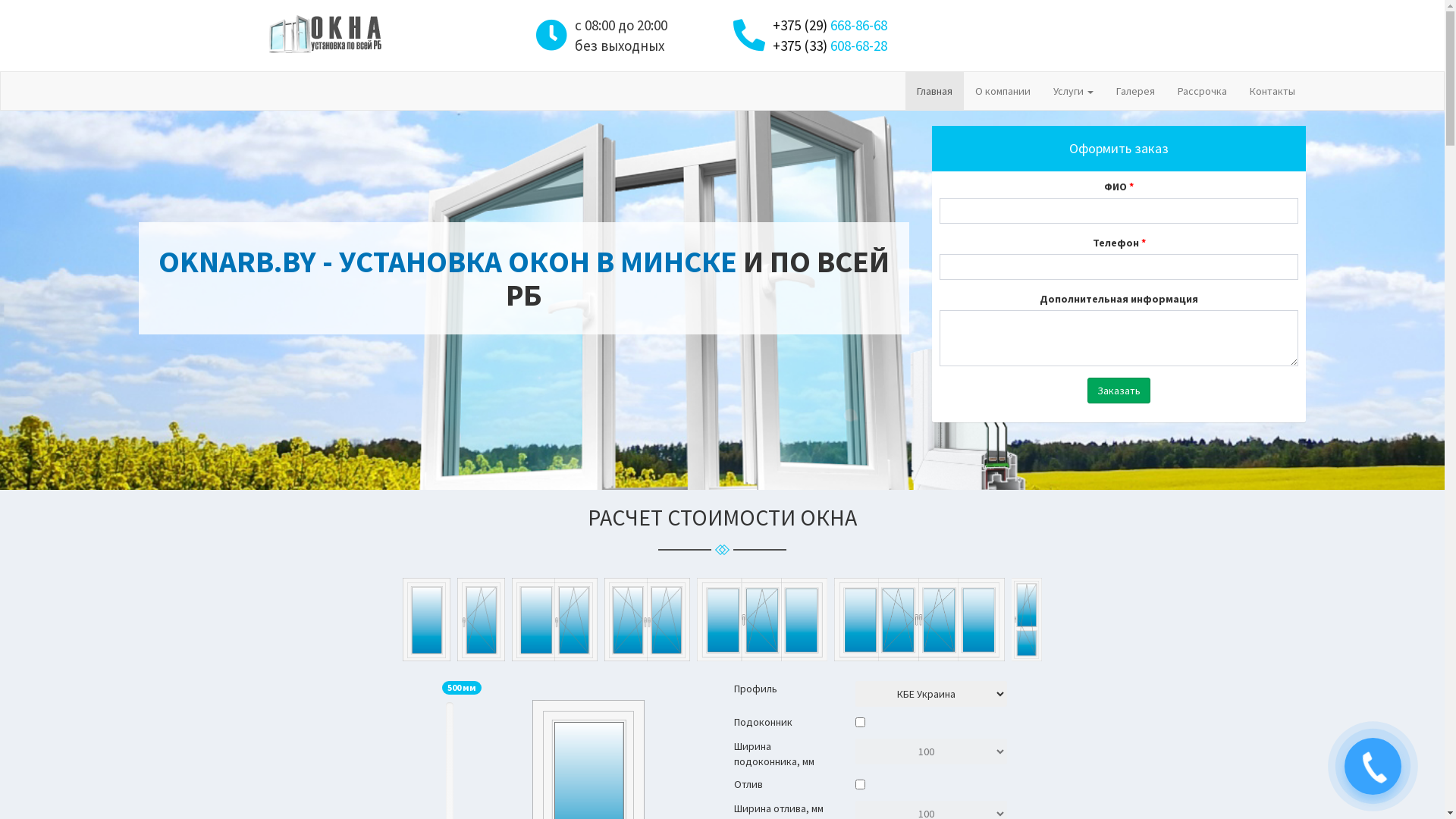 The height and width of the screenshot is (819, 1456). Describe the element at coordinates (829, 45) in the screenshot. I see `'+375 (33) 608-68-28'` at that location.